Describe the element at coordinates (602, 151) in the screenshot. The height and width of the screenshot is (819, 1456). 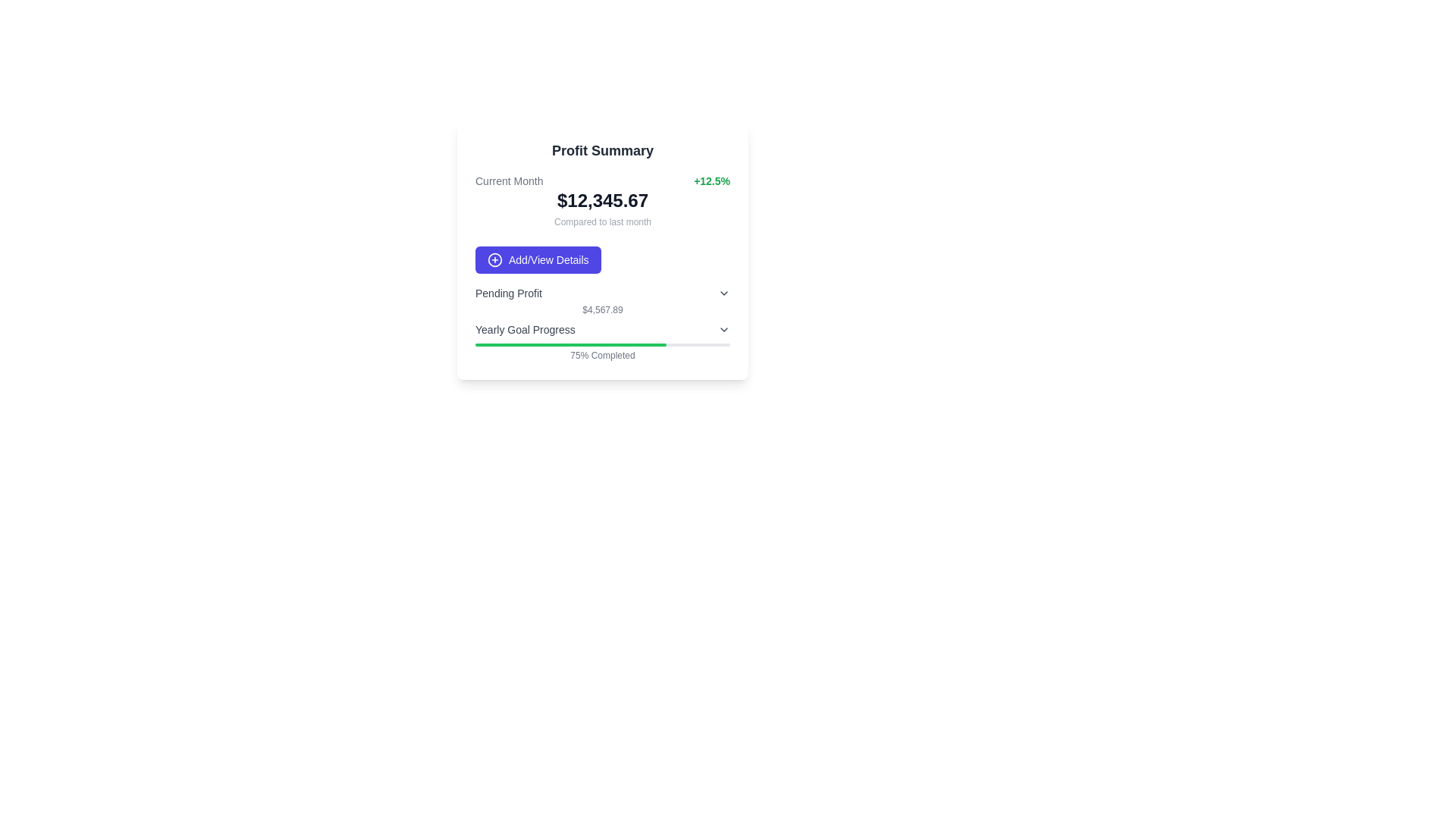
I see `heading text 'Profit Summary' which is styled in bold and dark gray, located at the top of a white card interface with rounded corners` at that location.